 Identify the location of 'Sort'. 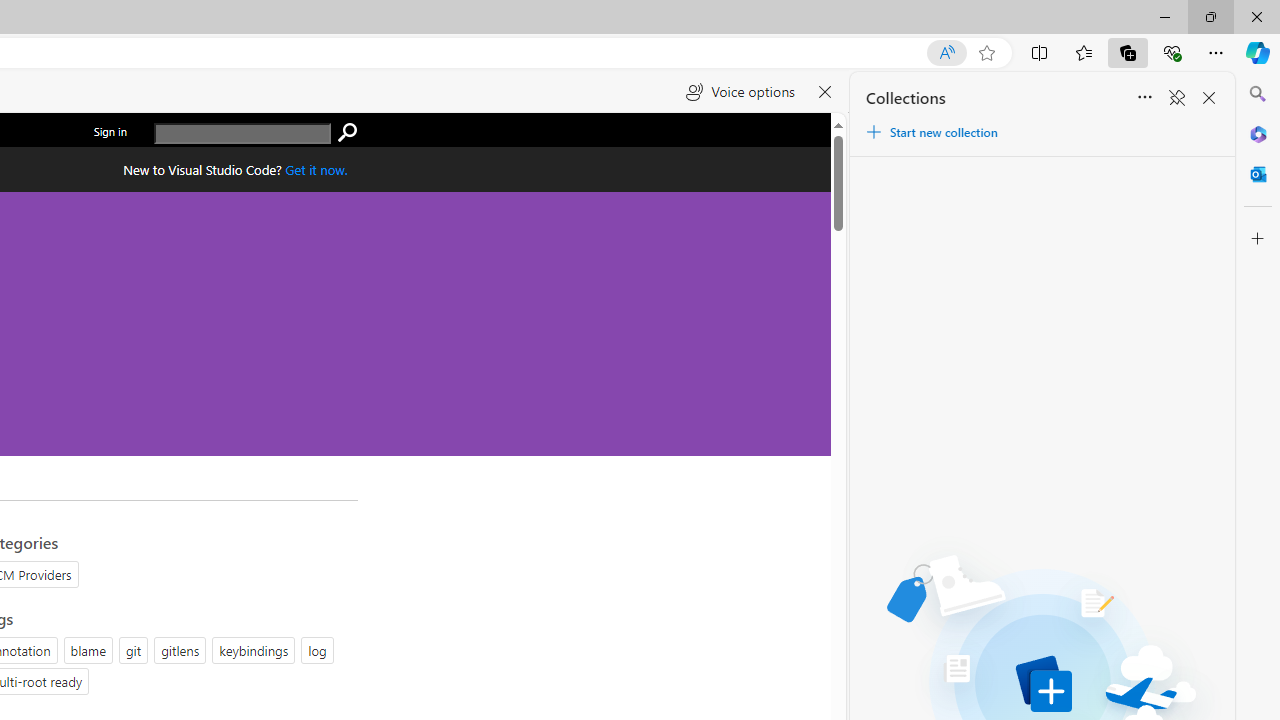
(1144, 98).